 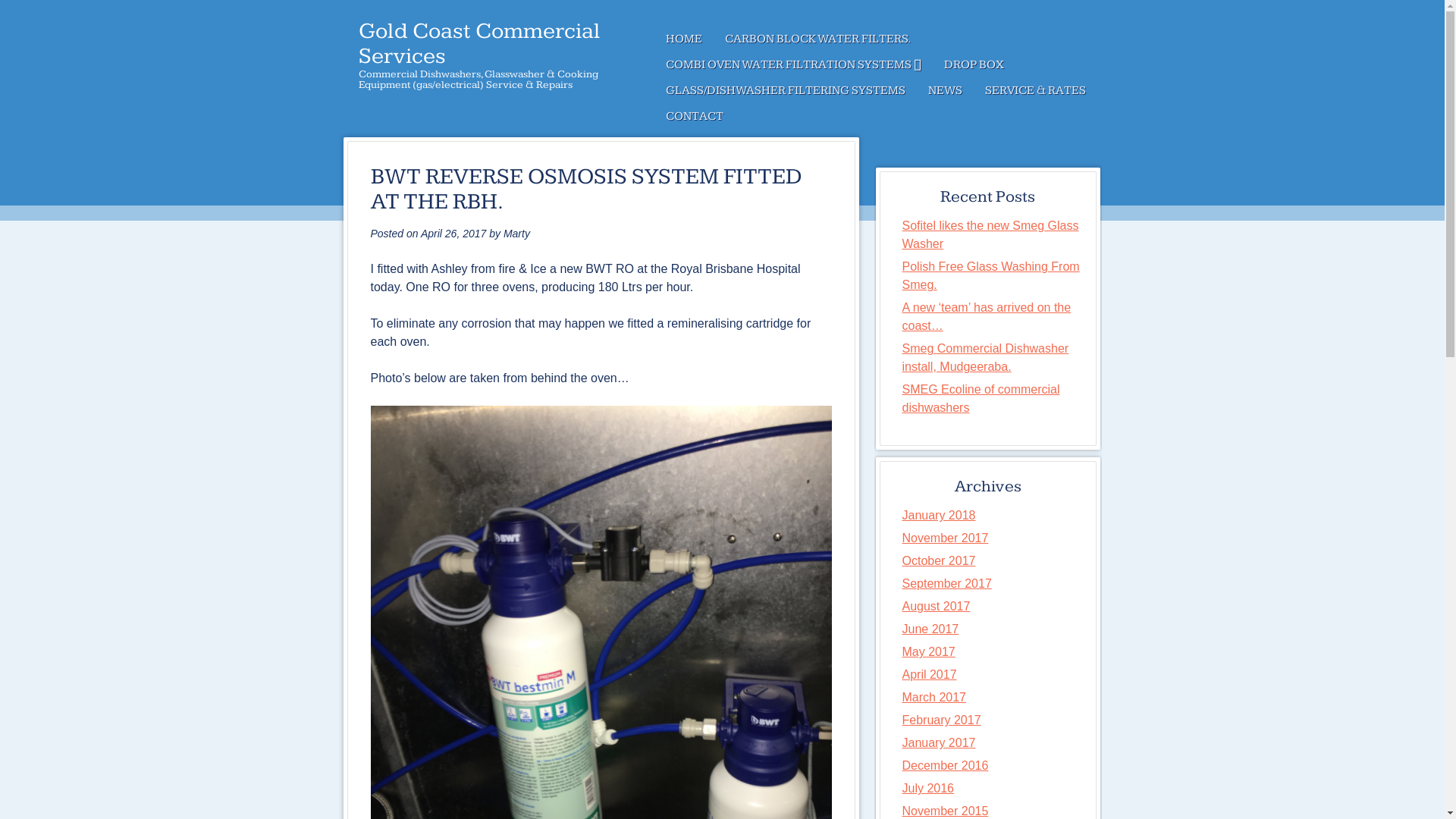 I want to click on 'NEWS', so click(x=915, y=90).